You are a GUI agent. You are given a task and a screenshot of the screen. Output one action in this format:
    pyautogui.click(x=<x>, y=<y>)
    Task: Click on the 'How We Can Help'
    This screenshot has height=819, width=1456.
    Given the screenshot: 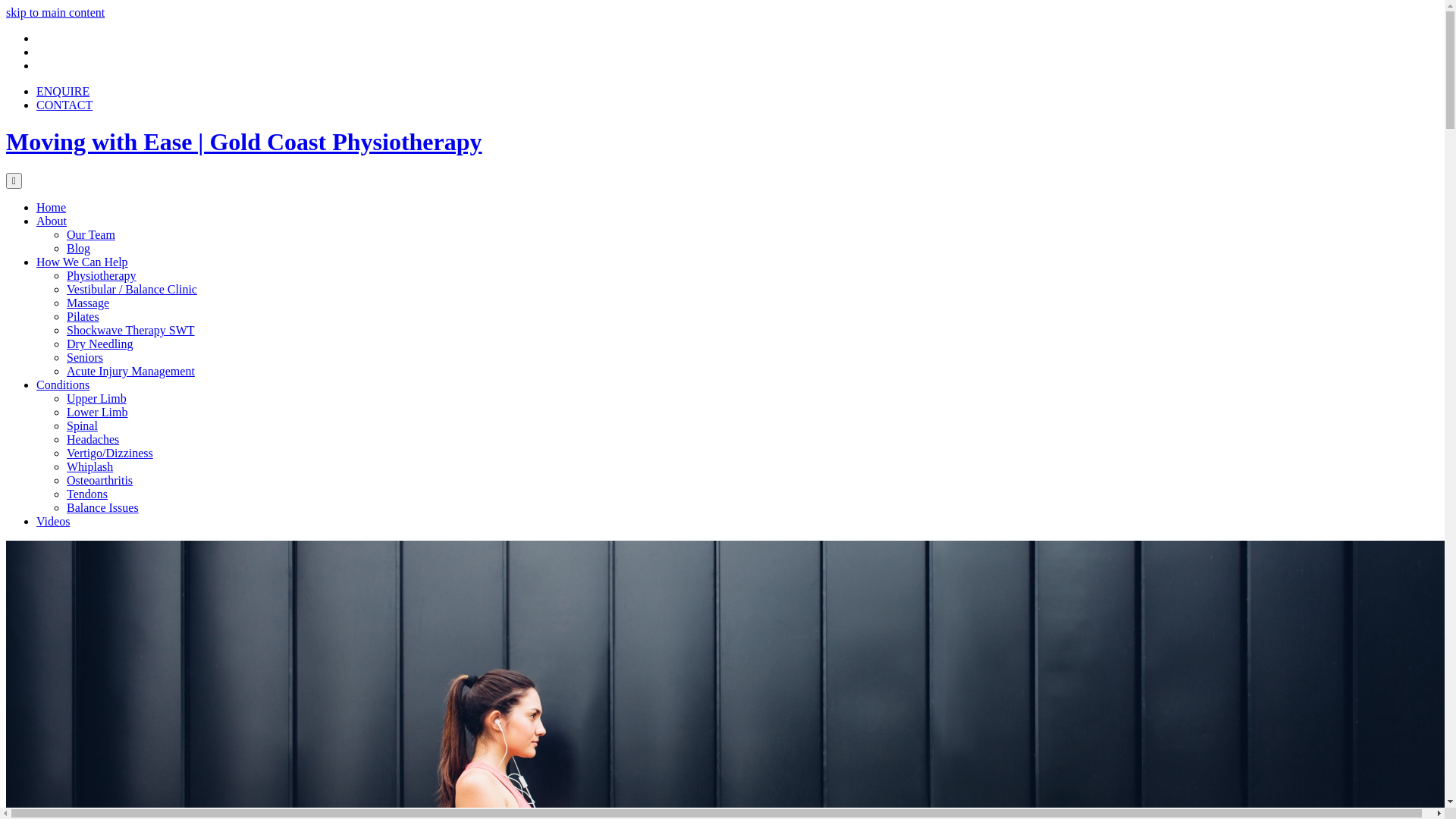 What is the action you would take?
    pyautogui.click(x=81, y=261)
    